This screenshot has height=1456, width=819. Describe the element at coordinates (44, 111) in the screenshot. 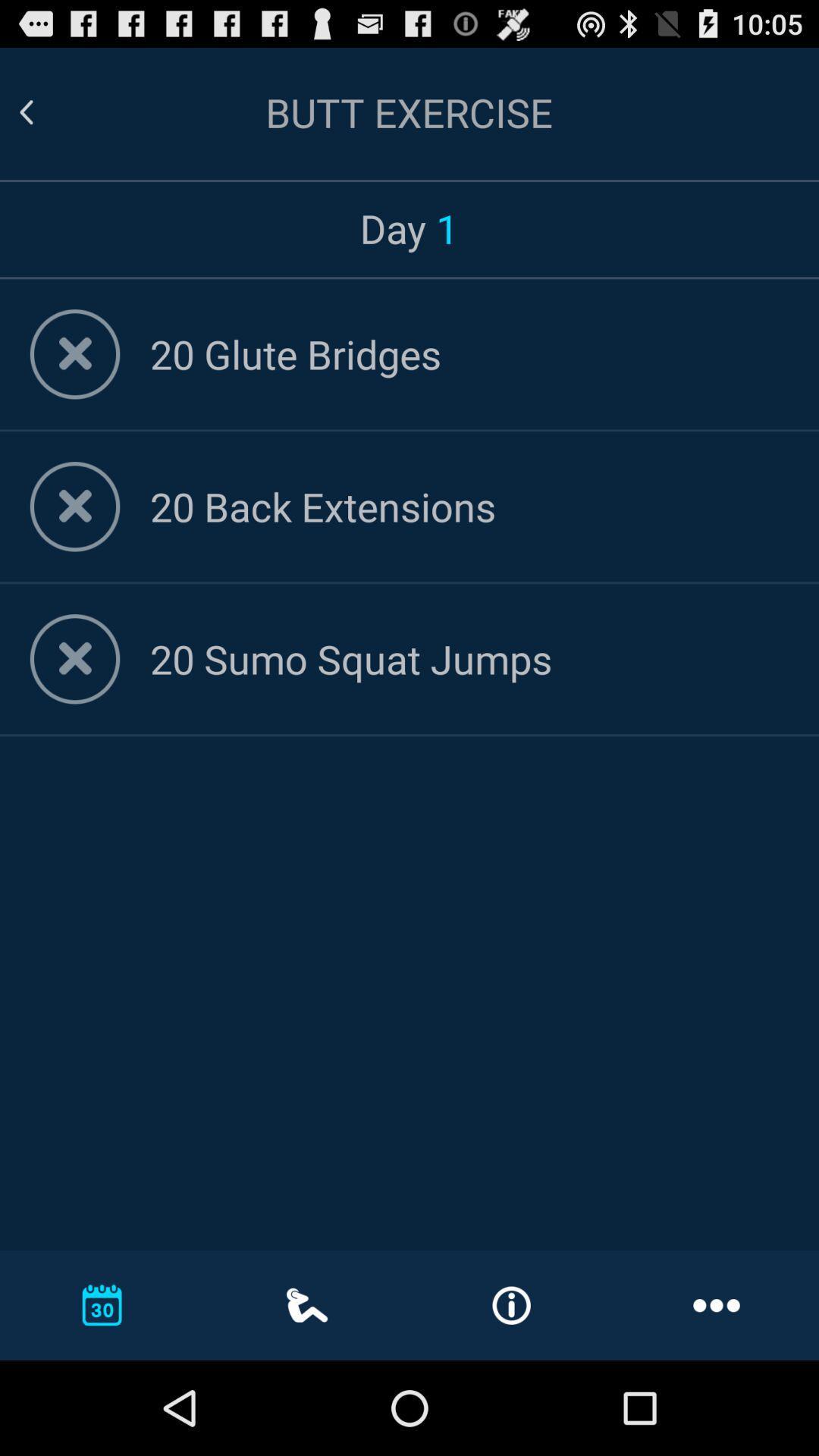

I see `go back` at that location.